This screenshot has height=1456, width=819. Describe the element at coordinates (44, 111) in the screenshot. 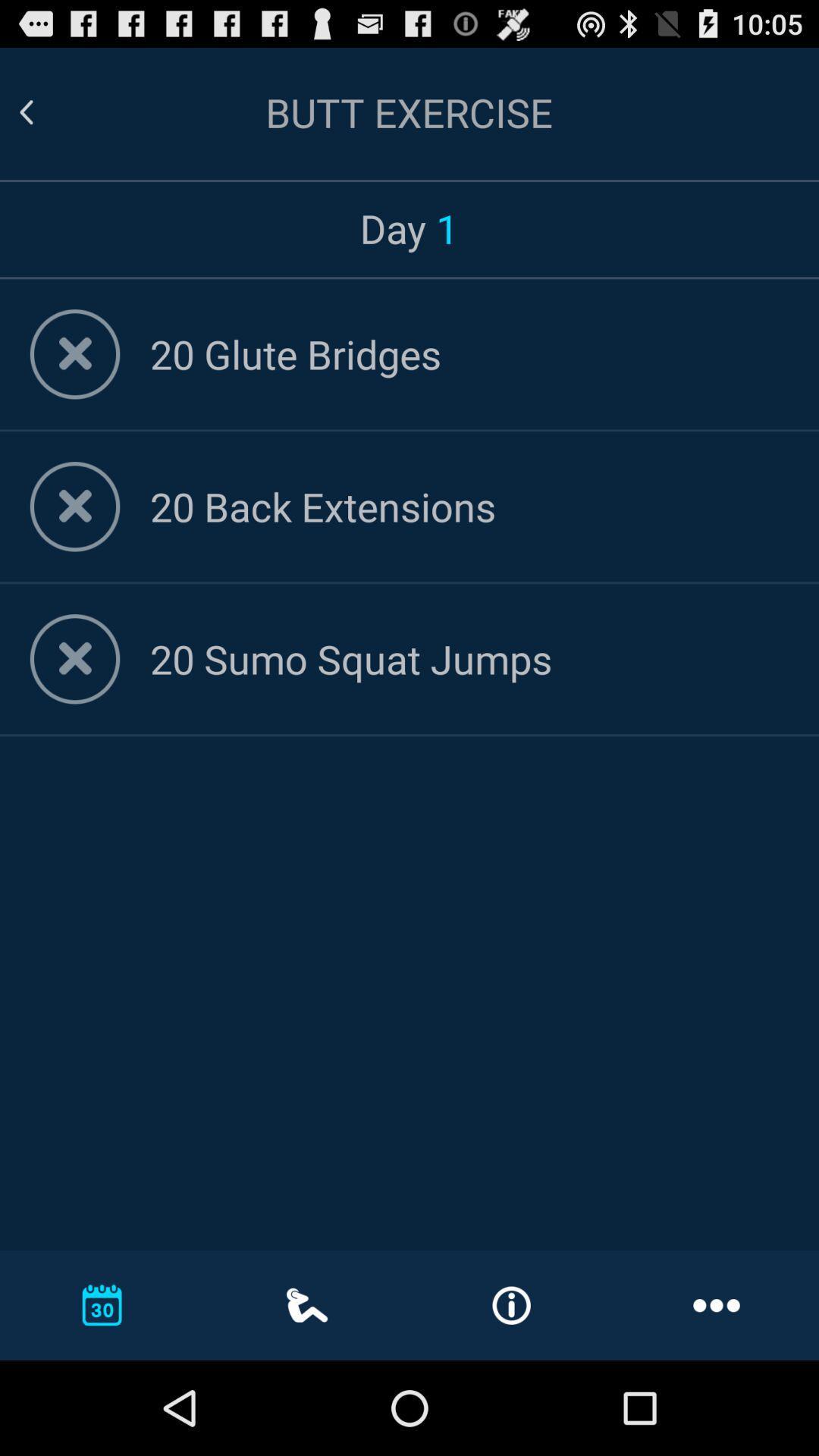

I see `go back` at that location.